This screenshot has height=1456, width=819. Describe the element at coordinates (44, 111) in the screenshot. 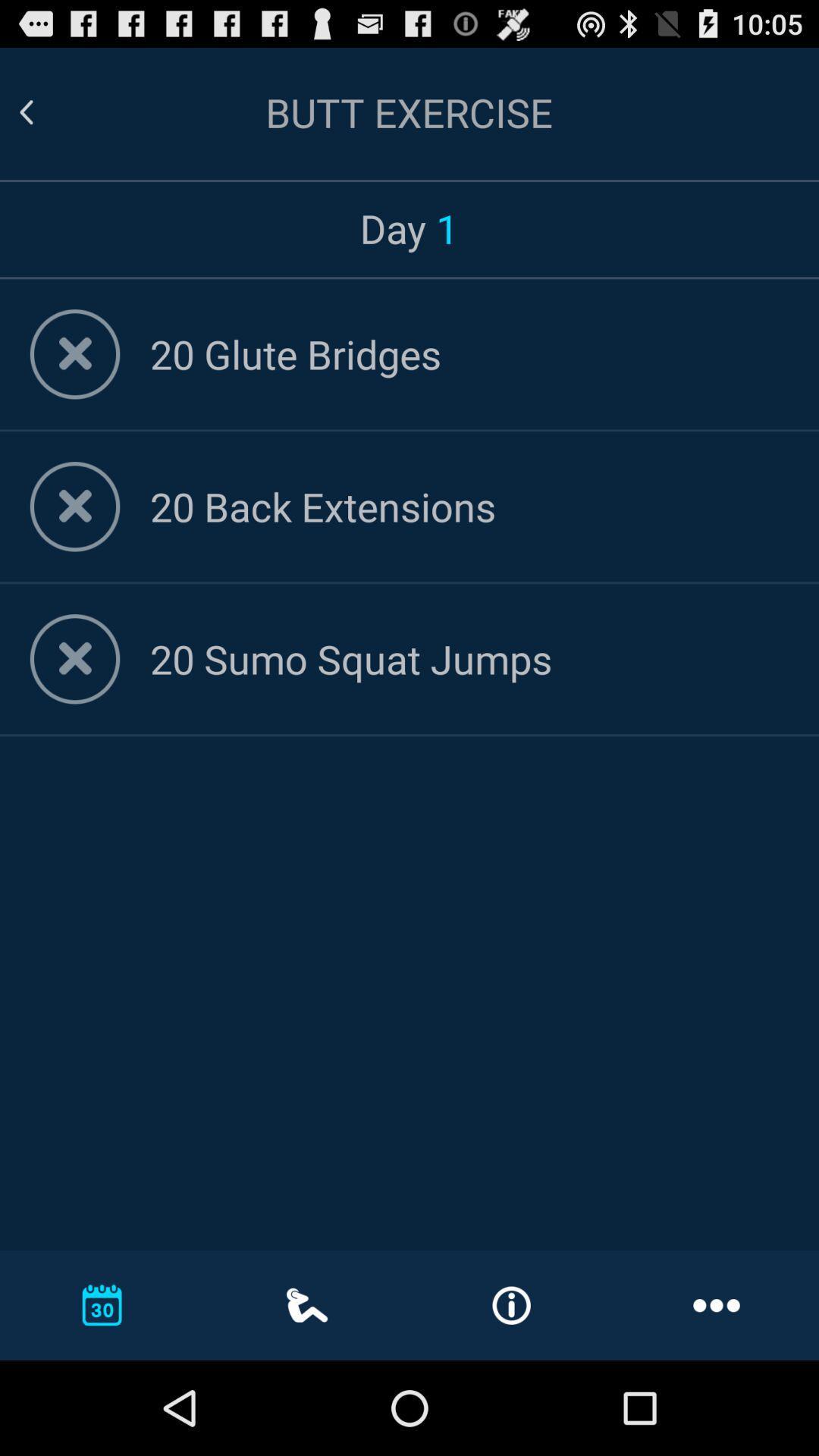

I see `go back` at that location.